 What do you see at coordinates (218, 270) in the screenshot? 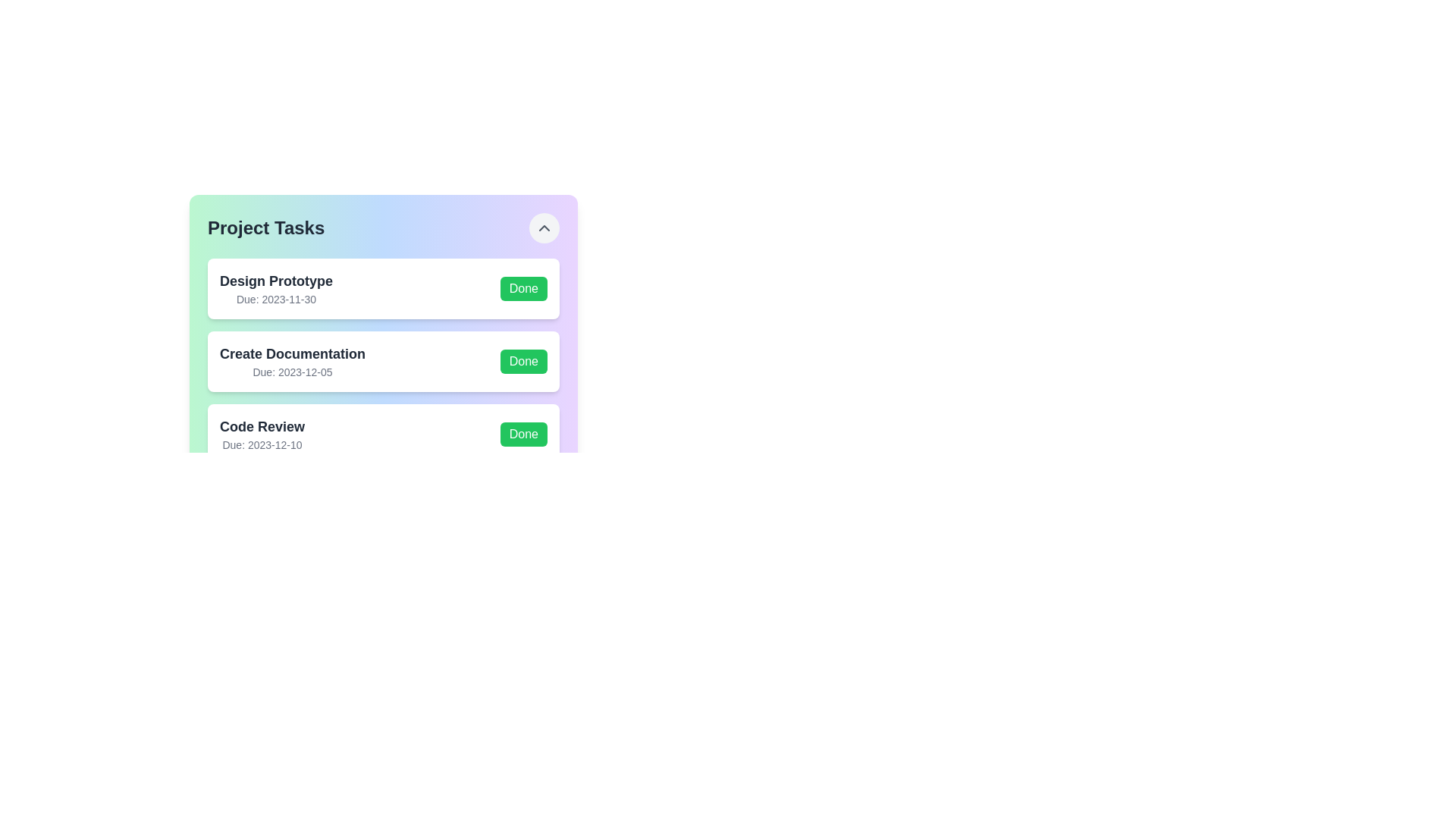
I see `the text of the task by clicking and dragging over it` at bounding box center [218, 270].